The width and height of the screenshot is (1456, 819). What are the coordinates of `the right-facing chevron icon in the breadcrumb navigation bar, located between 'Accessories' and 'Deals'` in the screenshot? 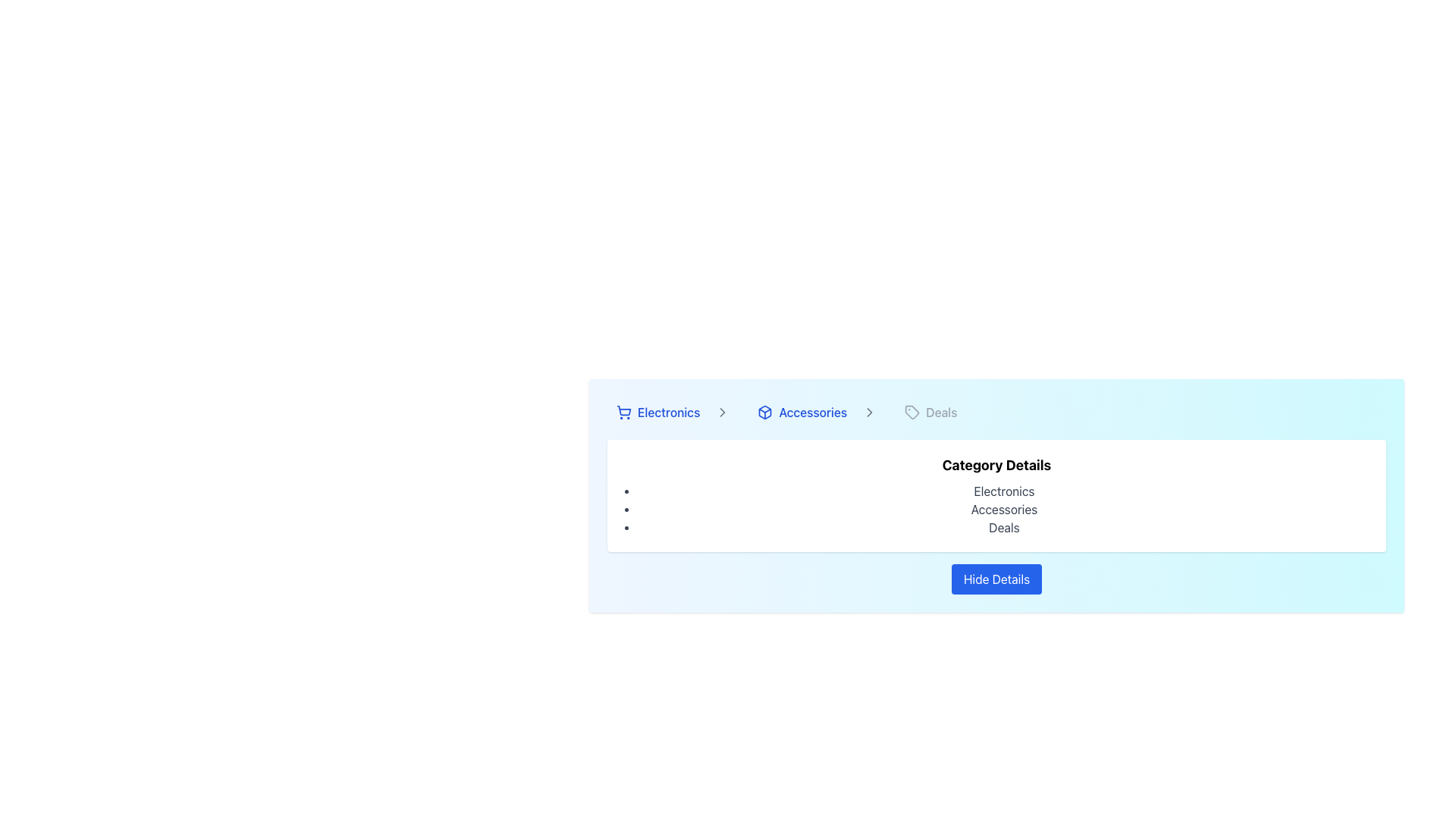 It's located at (870, 412).